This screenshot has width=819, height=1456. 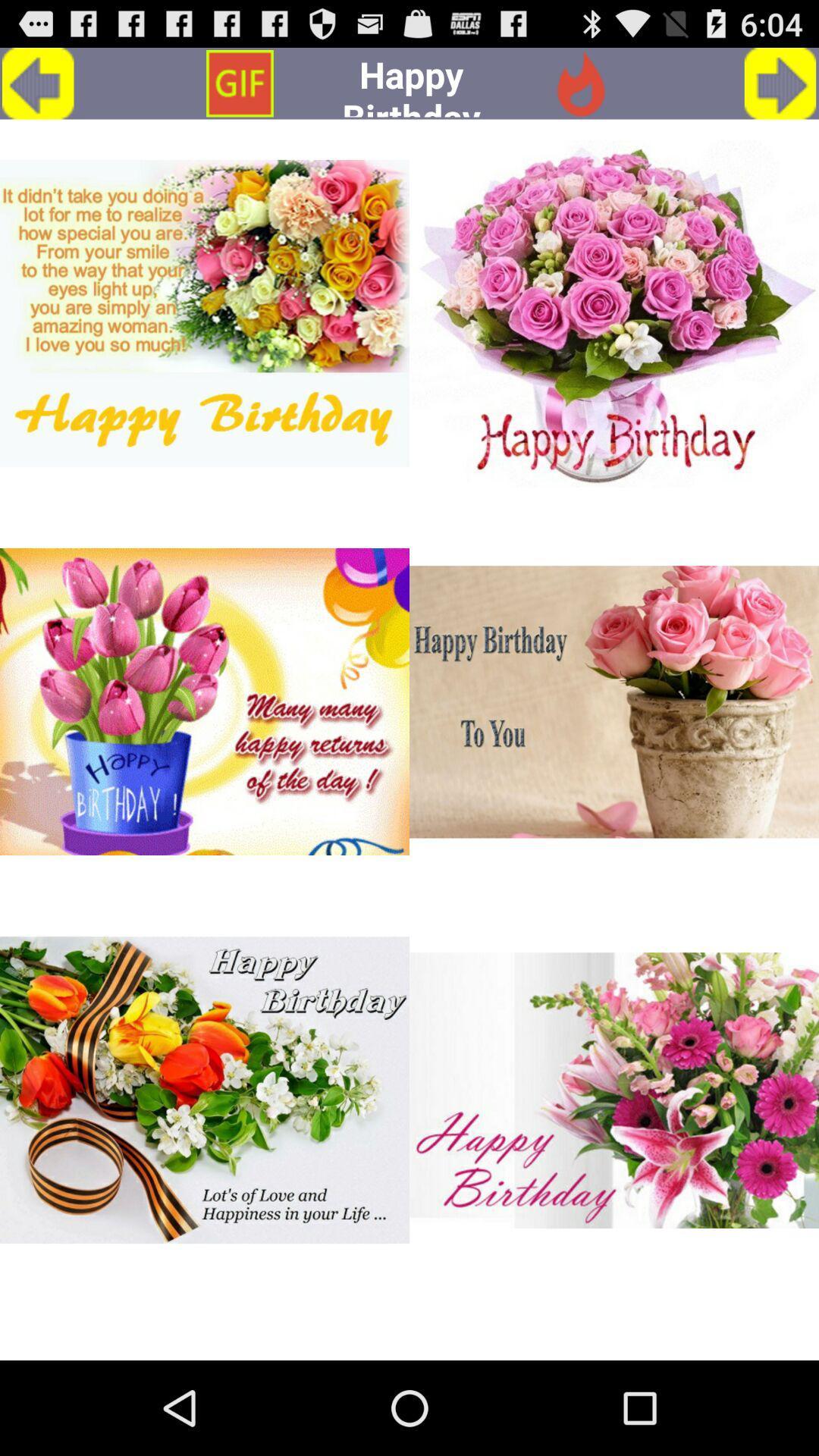 I want to click on the right arrow button at top right, so click(x=780, y=83).